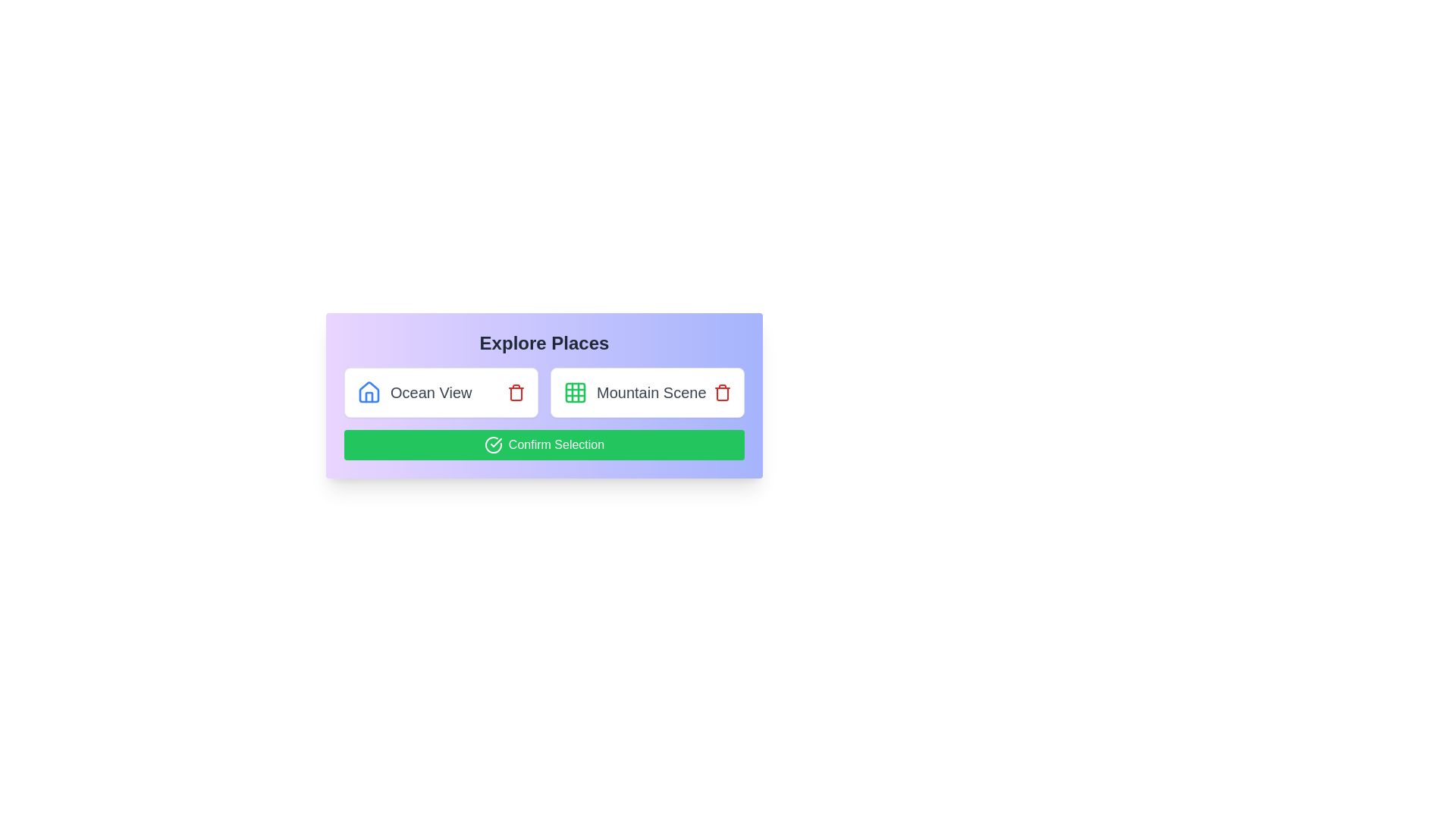 This screenshot has height=819, width=1456. What do you see at coordinates (493, 444) in the screenshot?
I see `the visual confirmation icon located to the left of the 'Confirm Selection' button at the bottom center of the interface` at bounding box center [493, 444].